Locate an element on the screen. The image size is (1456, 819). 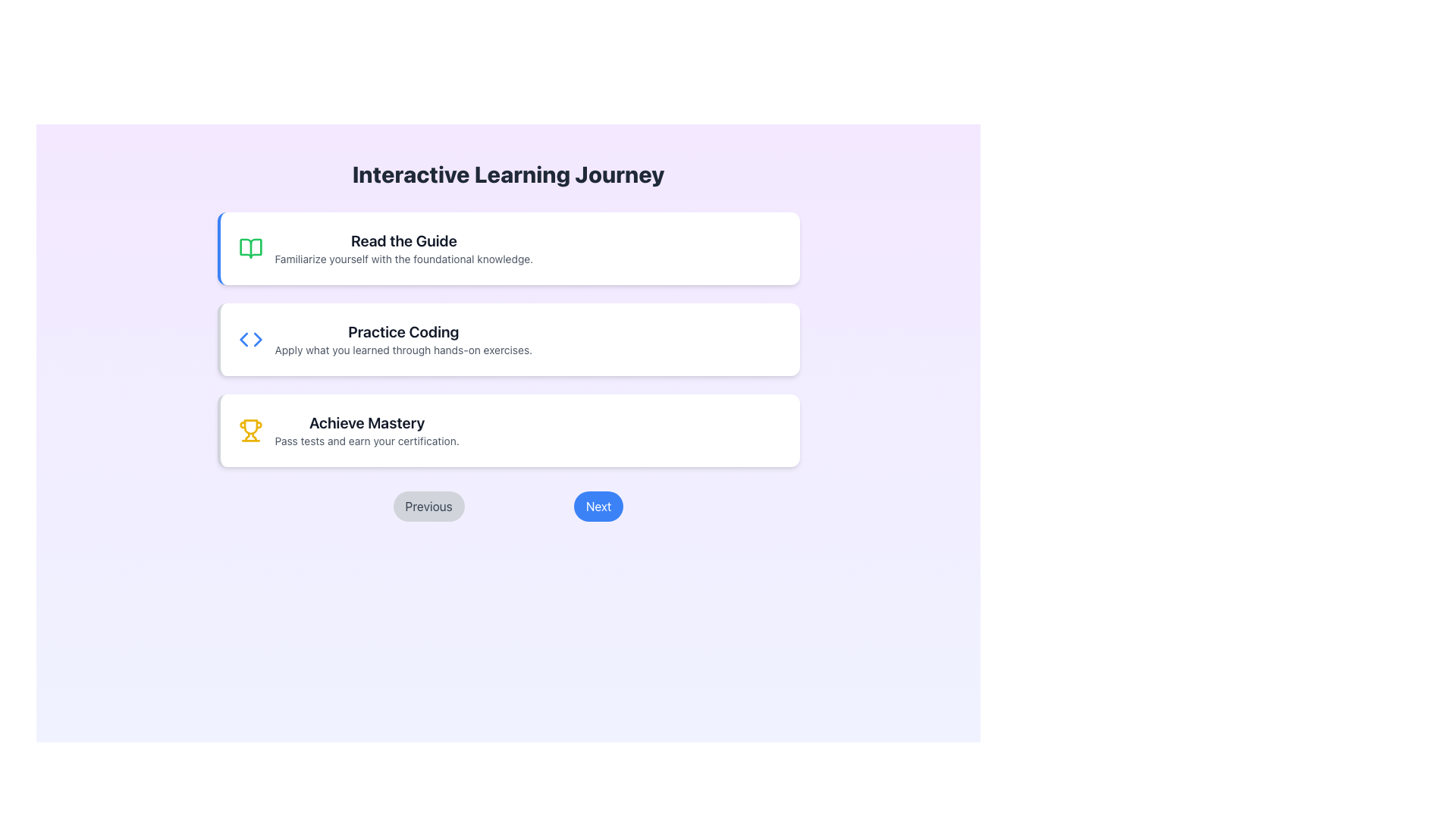
the green book-shaped SVG icon located at the top-left corner of the card, adjacent to the 'Read the Guide' text is located at coordinates (250, 247).